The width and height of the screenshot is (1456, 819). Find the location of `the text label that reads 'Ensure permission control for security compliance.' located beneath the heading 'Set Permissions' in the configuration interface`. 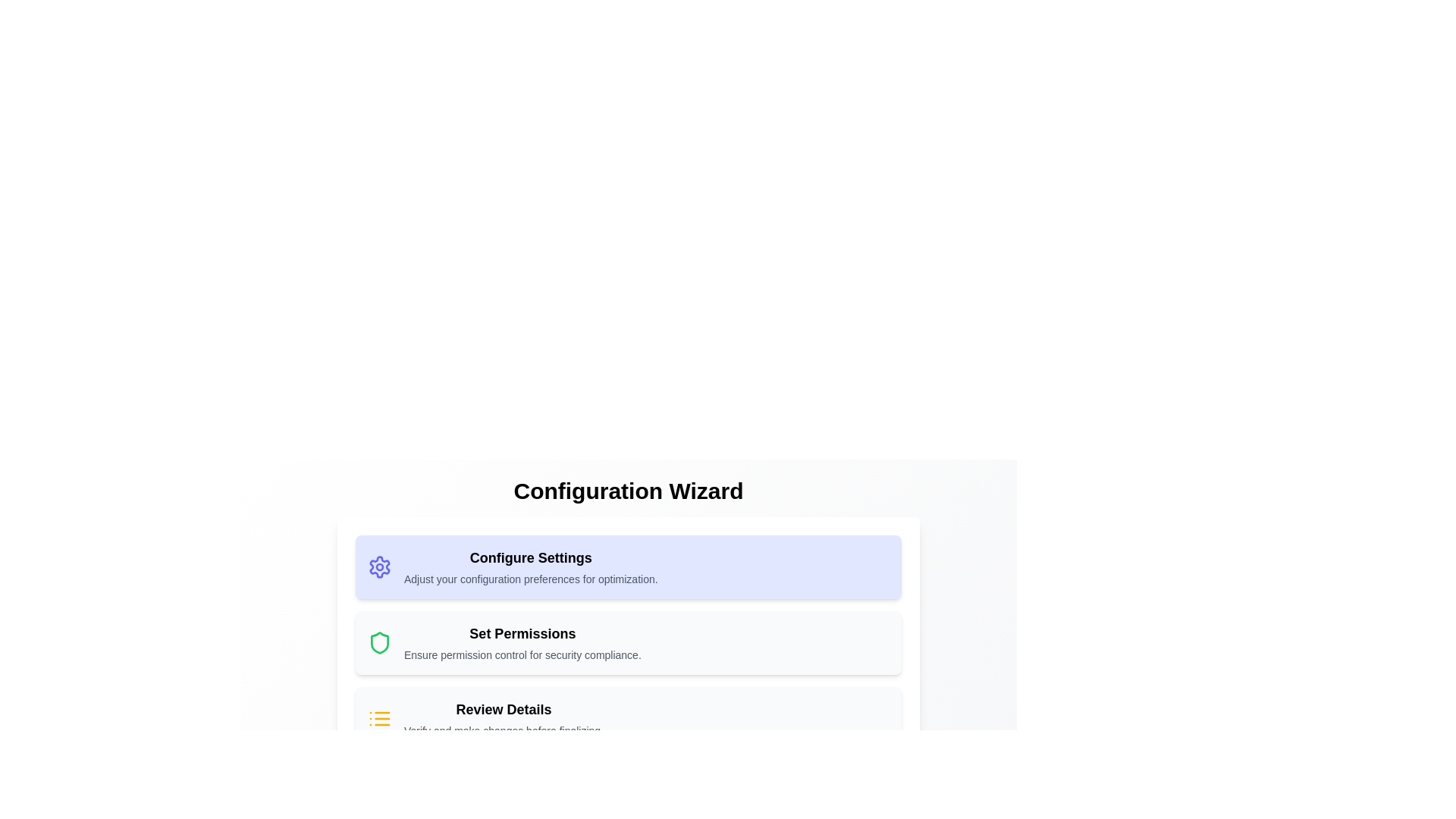

the text label that reads 'Ensure permission control for security compliance.' located beneath the heading 'Set Permissions' in the configuration interface is located at coordinates (522, 654).